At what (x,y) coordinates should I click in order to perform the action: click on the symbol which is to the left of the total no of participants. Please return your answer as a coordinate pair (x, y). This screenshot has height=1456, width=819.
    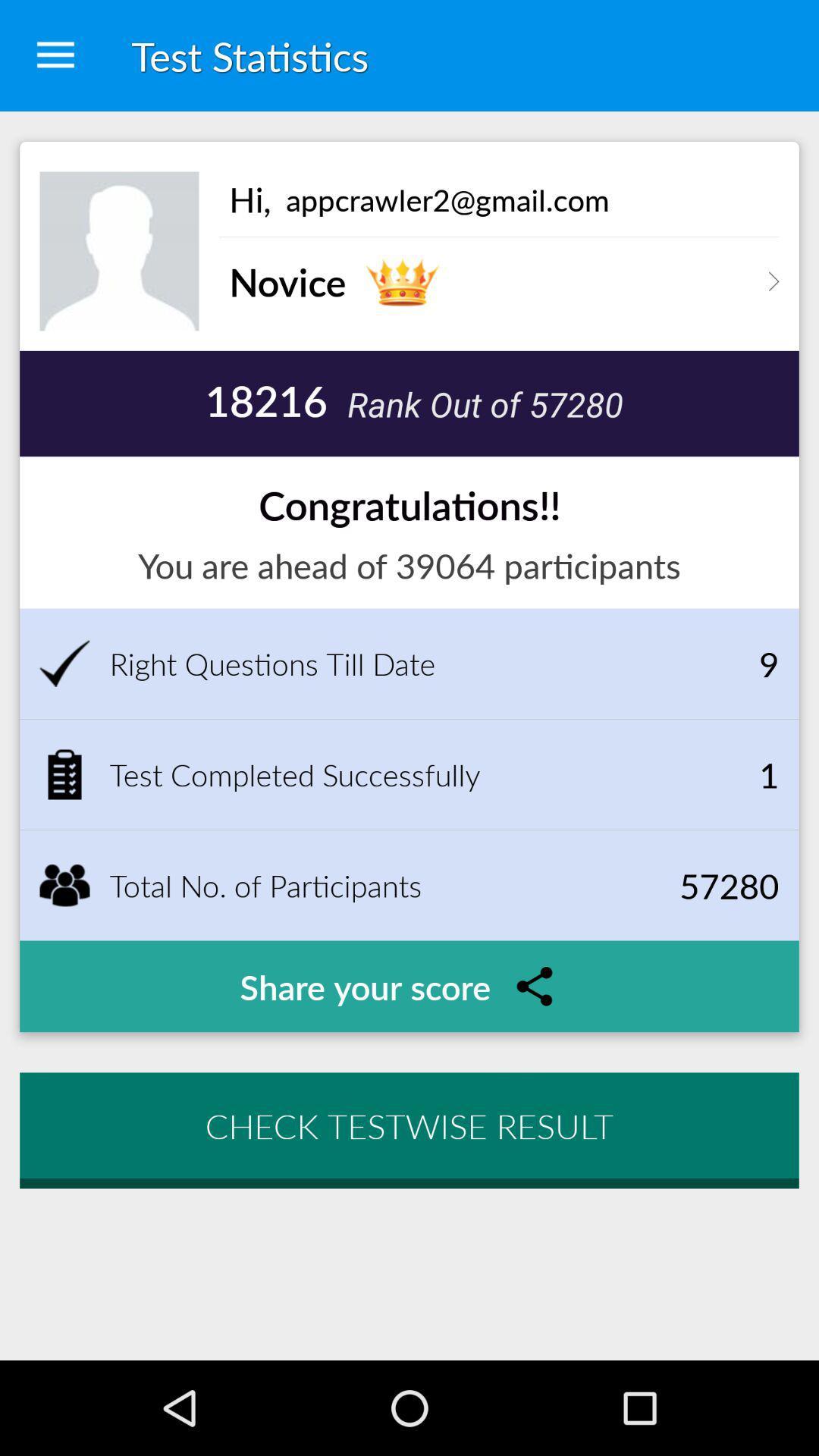
    Looking at the image, I should click on (64, 885).